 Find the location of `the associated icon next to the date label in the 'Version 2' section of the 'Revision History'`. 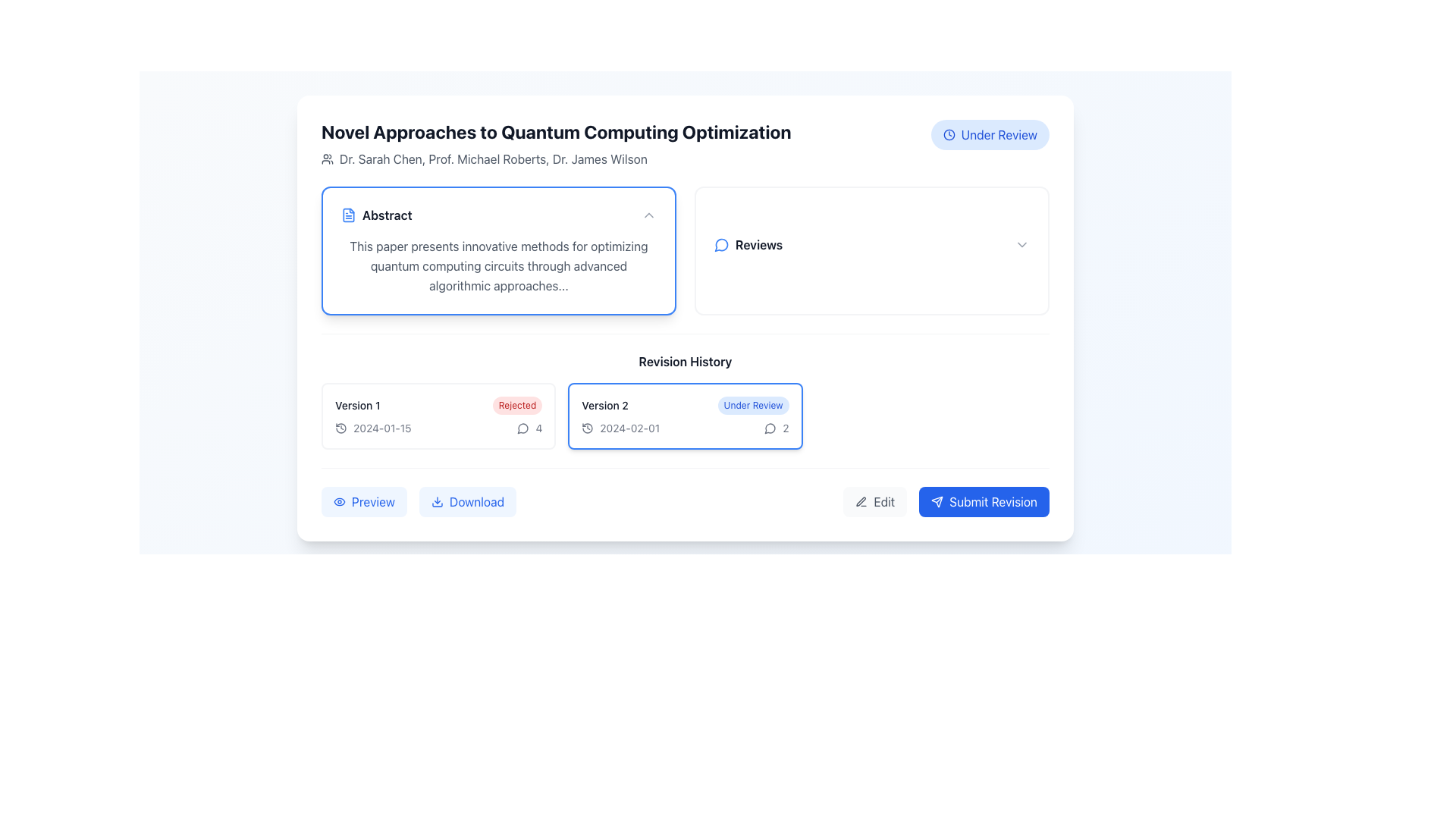

the associated icon next to the date label in the 'Version 2' section of the 'Revision History' is located at coordinates (620, 428).